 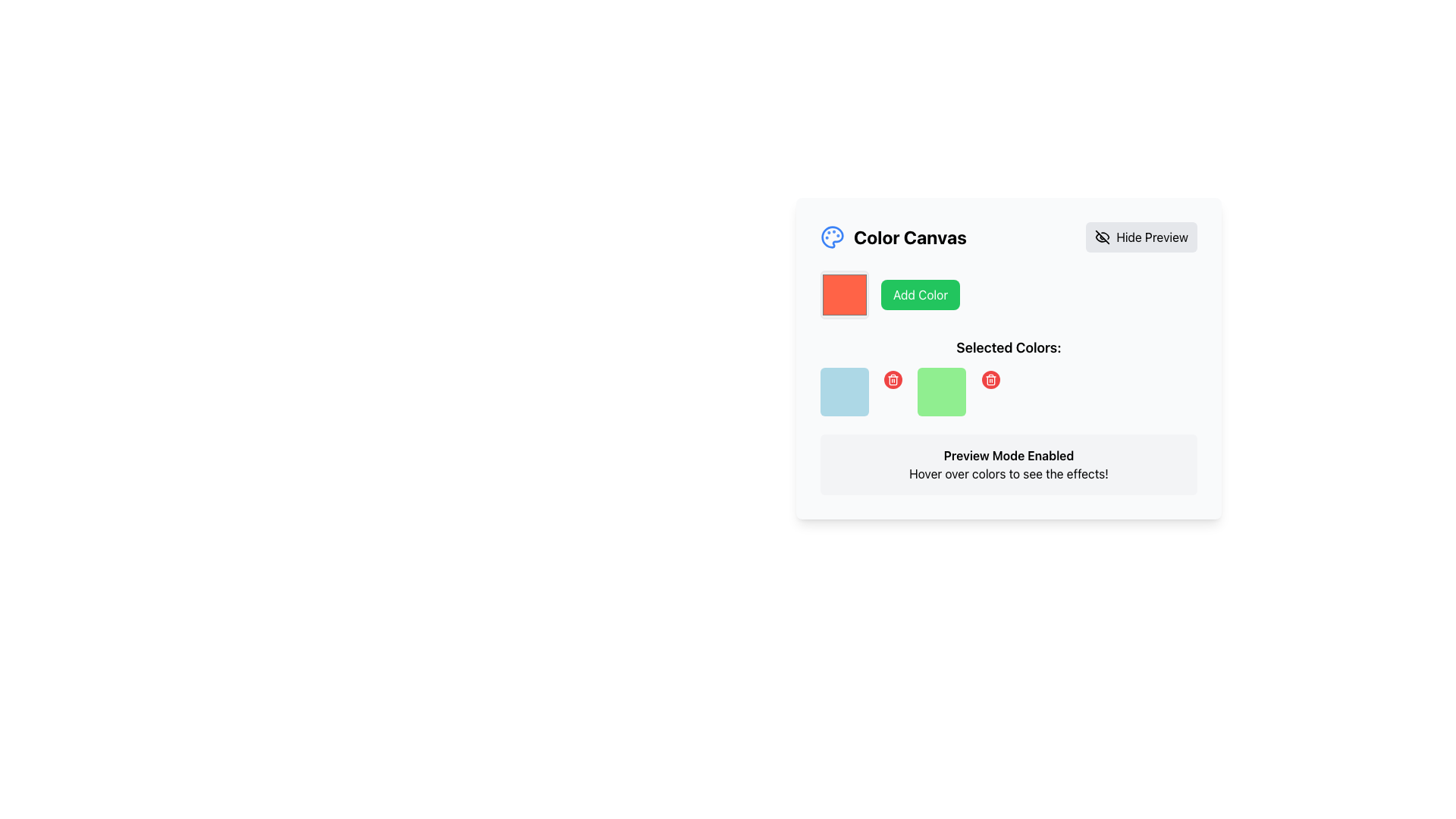 What do you see at coordinates (893, 379) in the screenshot?
I see `the second red trash can icon button within the 'Selected Colors' section` at bounding box center [893, 379].